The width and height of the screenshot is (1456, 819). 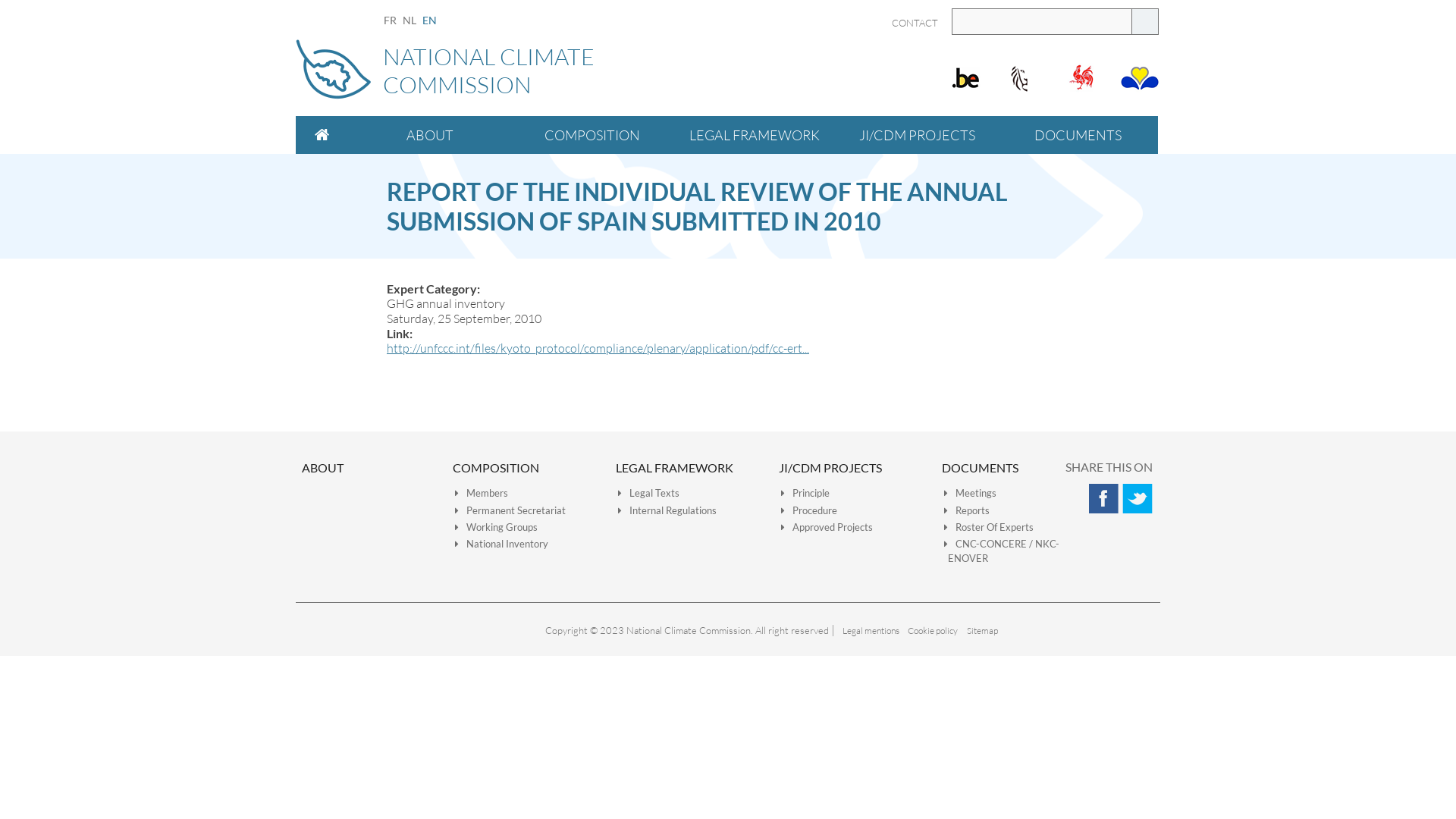 What do you see at coordinates (390, 20) in the screenshot?
I see `'FR'` at bounding box center [390, 20].